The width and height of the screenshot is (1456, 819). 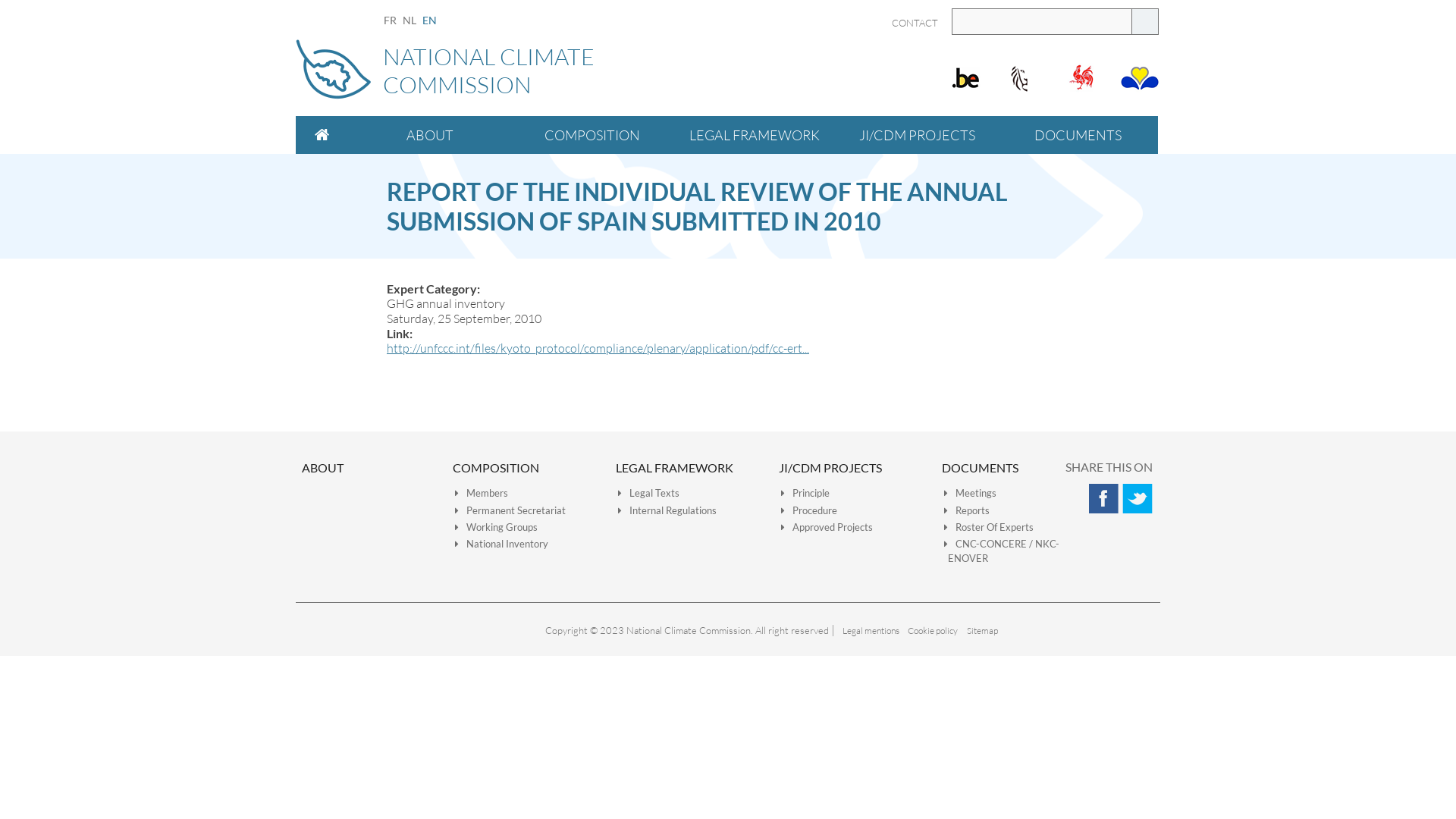 What do you see at coordinates (390, 20) in the screenshot?
I see `'FR'` at bounding box center [390, 20].